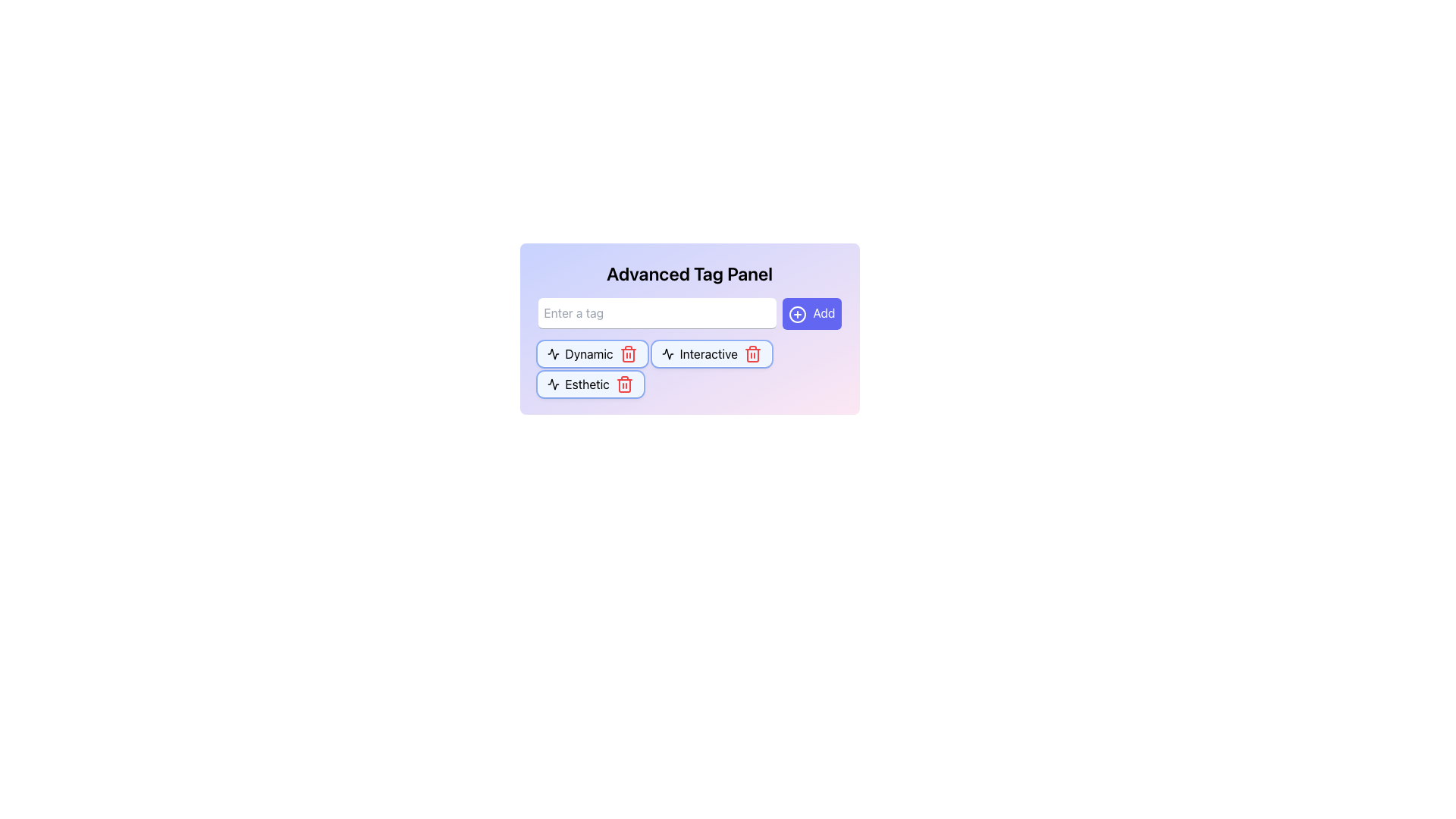 The height and width of the screenshot is (819, 1456). What do you see at coordinates (708, 353) in the screenshot?
I see `label displaying 'Interactive' within the tag-like UI component, which is the second tag in the row of tags in the 'Advanced Tag Panel'` at bounding box center [708, 353].